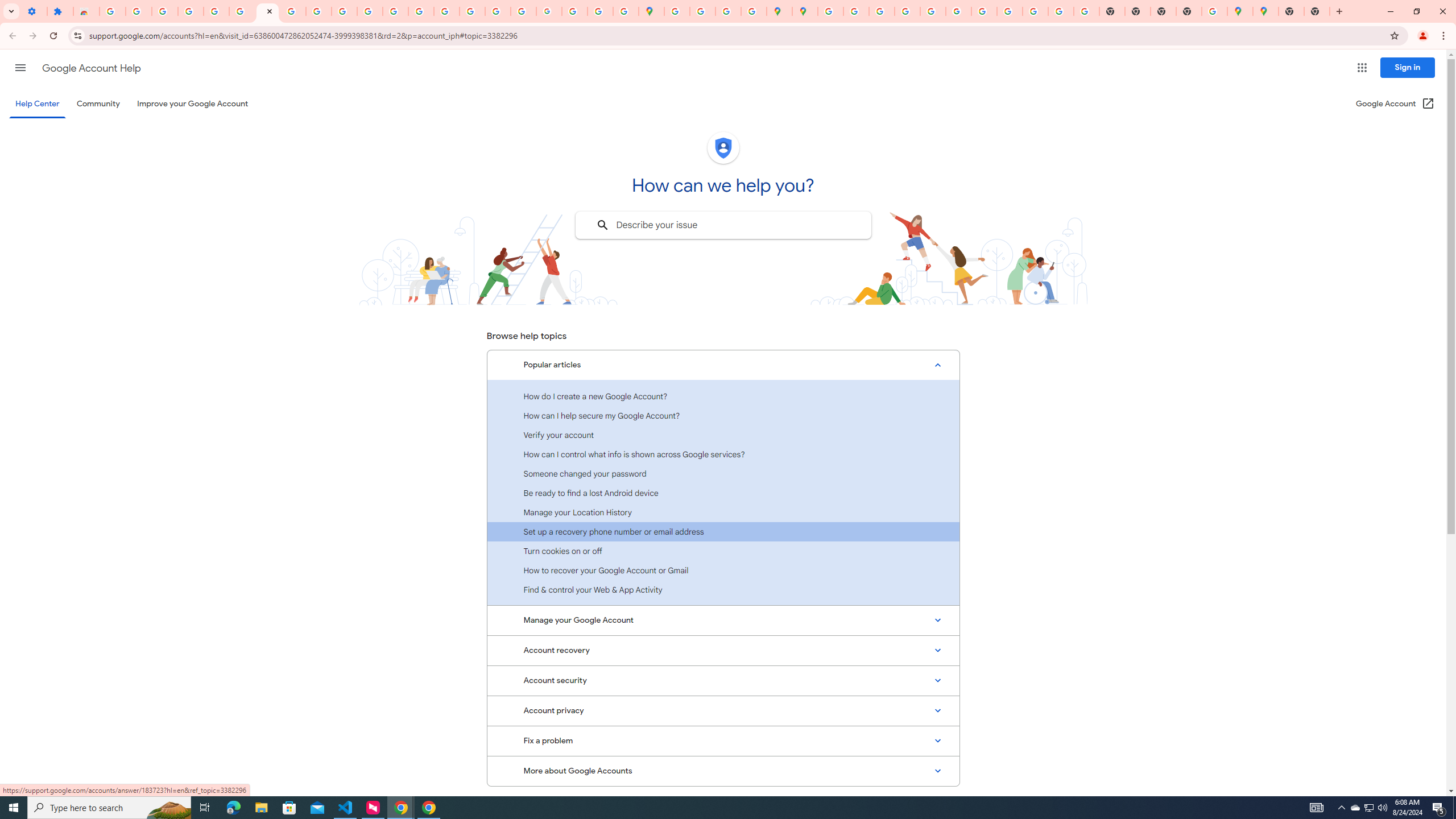 The height and width of the screenshot is (819, 1456). Describe the element at coordinates (1317, 11) in the screenshot. I see `'New Tab'` at that location.